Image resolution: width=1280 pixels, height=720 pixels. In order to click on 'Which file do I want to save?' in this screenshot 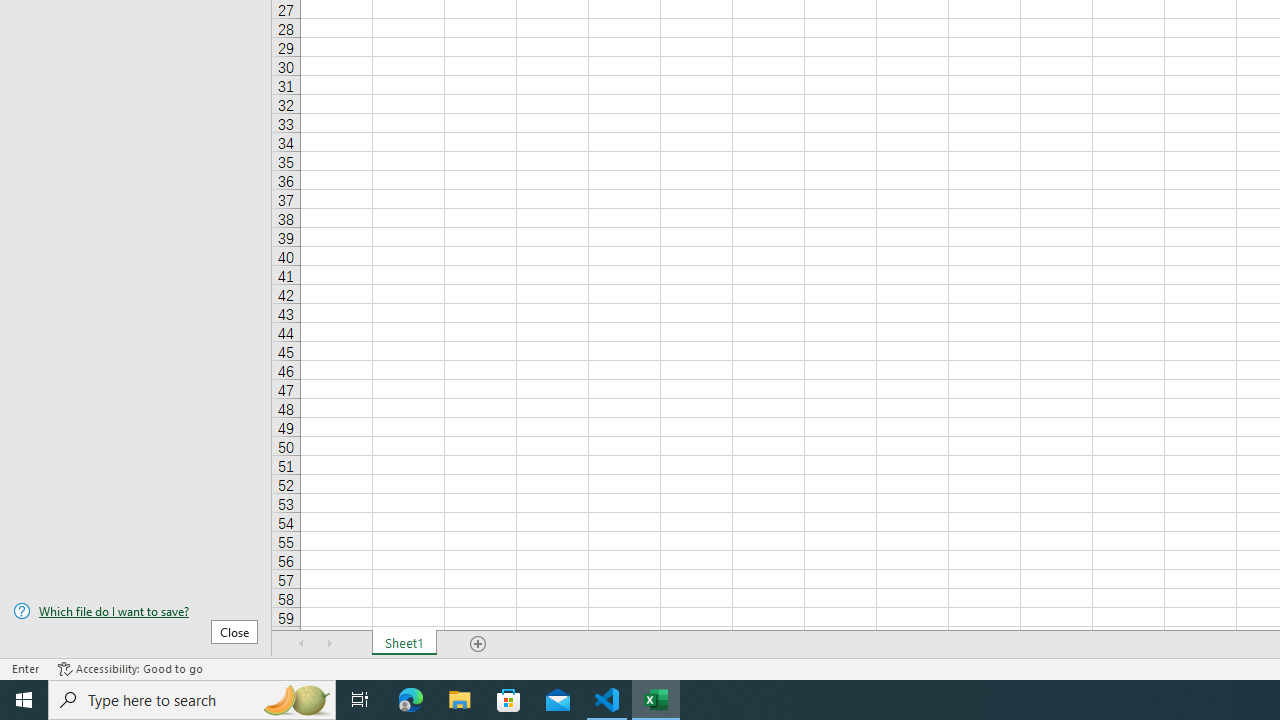, I will do `click(135, 610)`.